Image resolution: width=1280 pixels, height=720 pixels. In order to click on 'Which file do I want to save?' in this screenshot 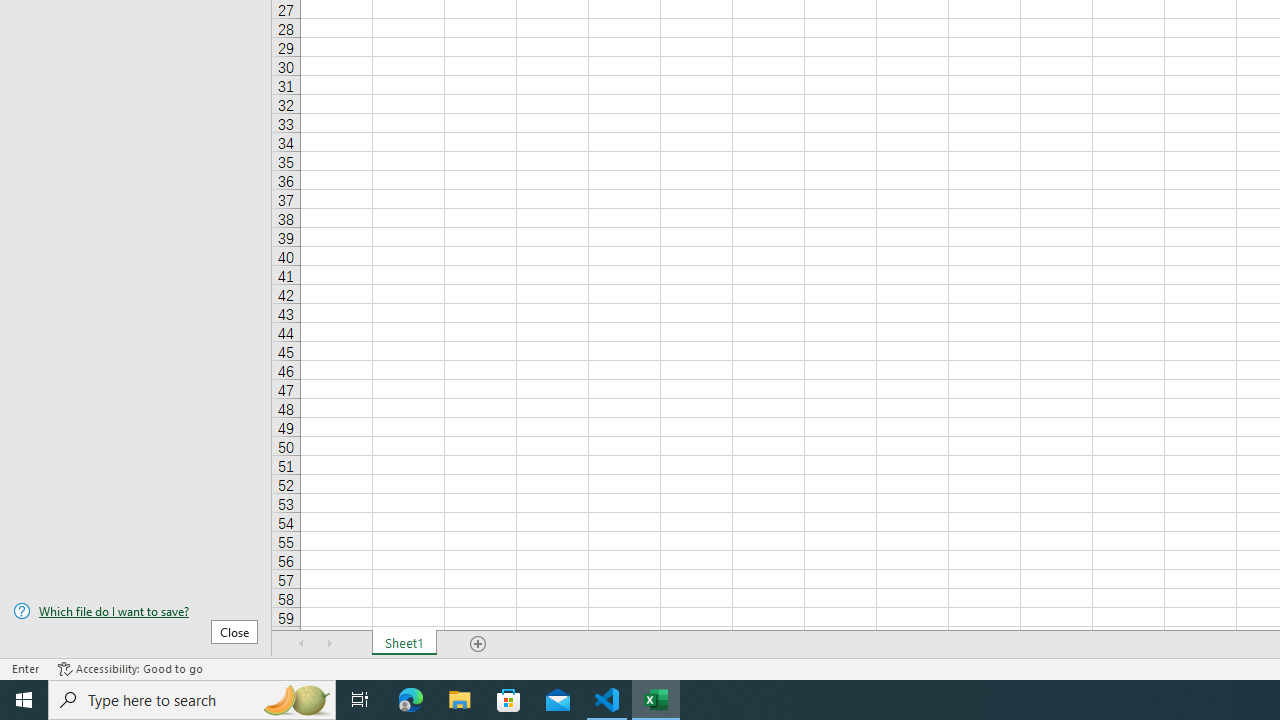, I will do `click(135, 610)`.